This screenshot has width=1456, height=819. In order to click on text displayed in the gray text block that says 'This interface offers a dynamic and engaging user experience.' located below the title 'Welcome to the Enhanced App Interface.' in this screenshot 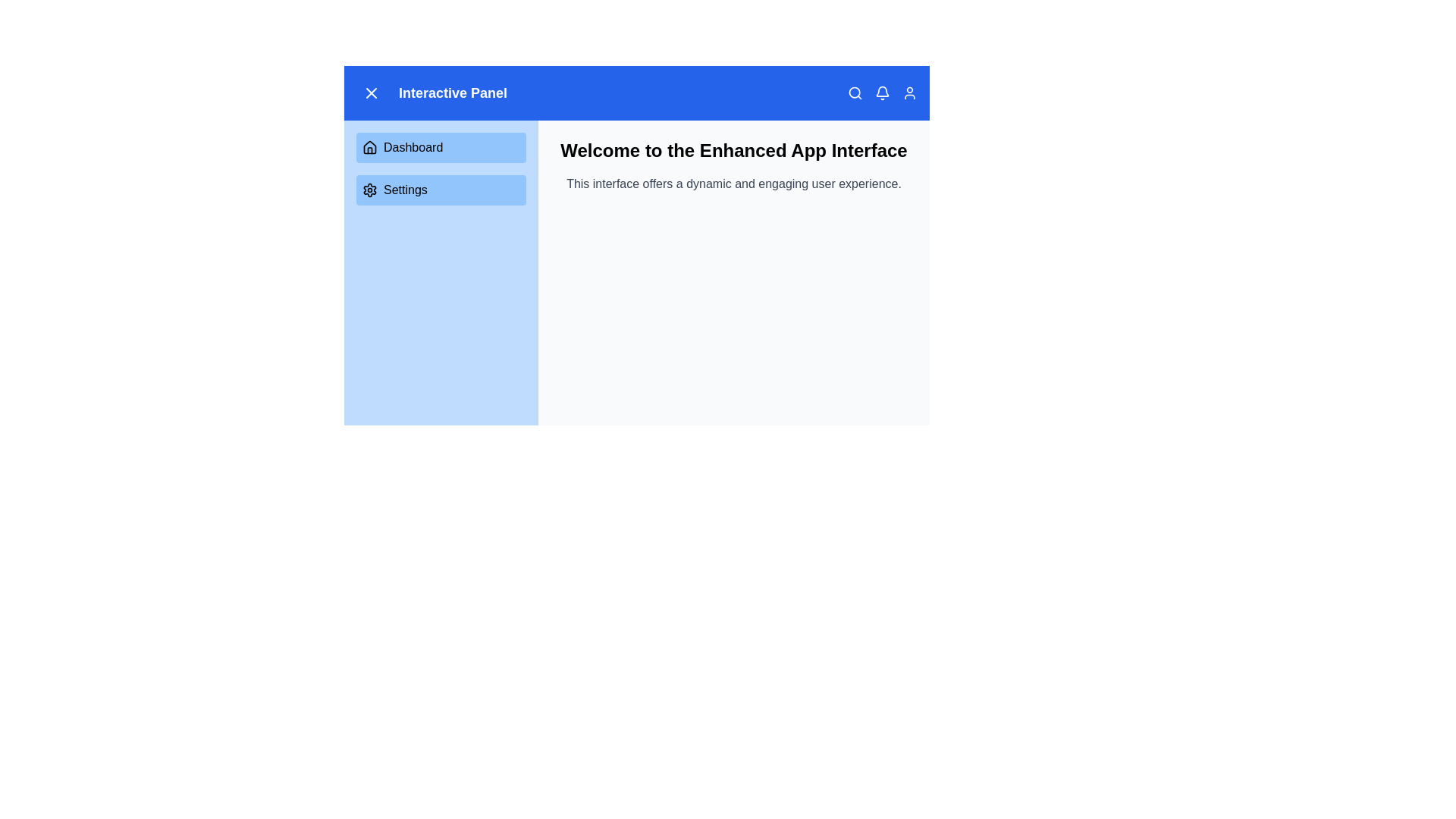, I will do `click(734, 184)`.